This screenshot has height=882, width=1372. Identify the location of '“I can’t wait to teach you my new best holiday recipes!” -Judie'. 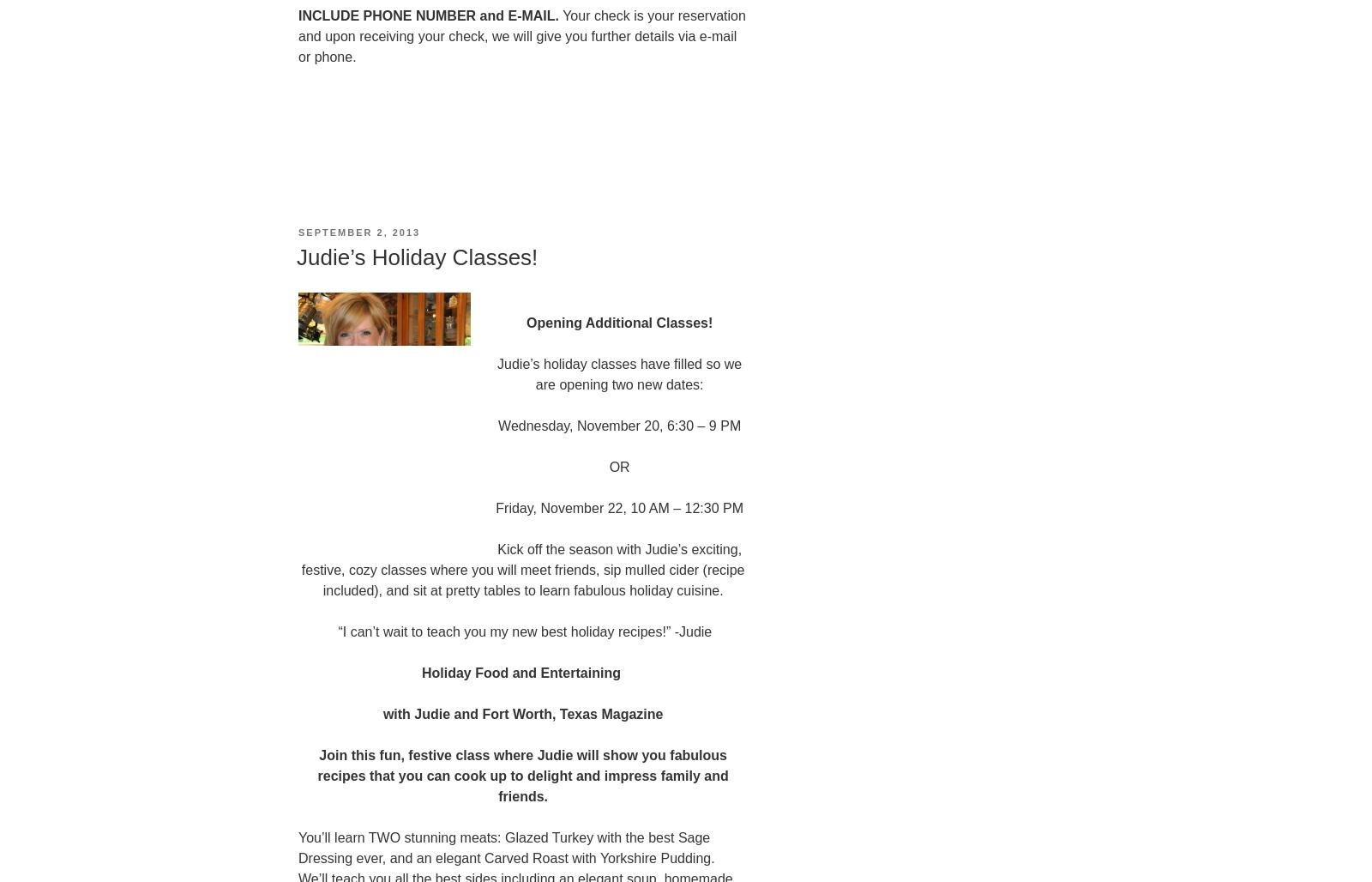
(523, 630).